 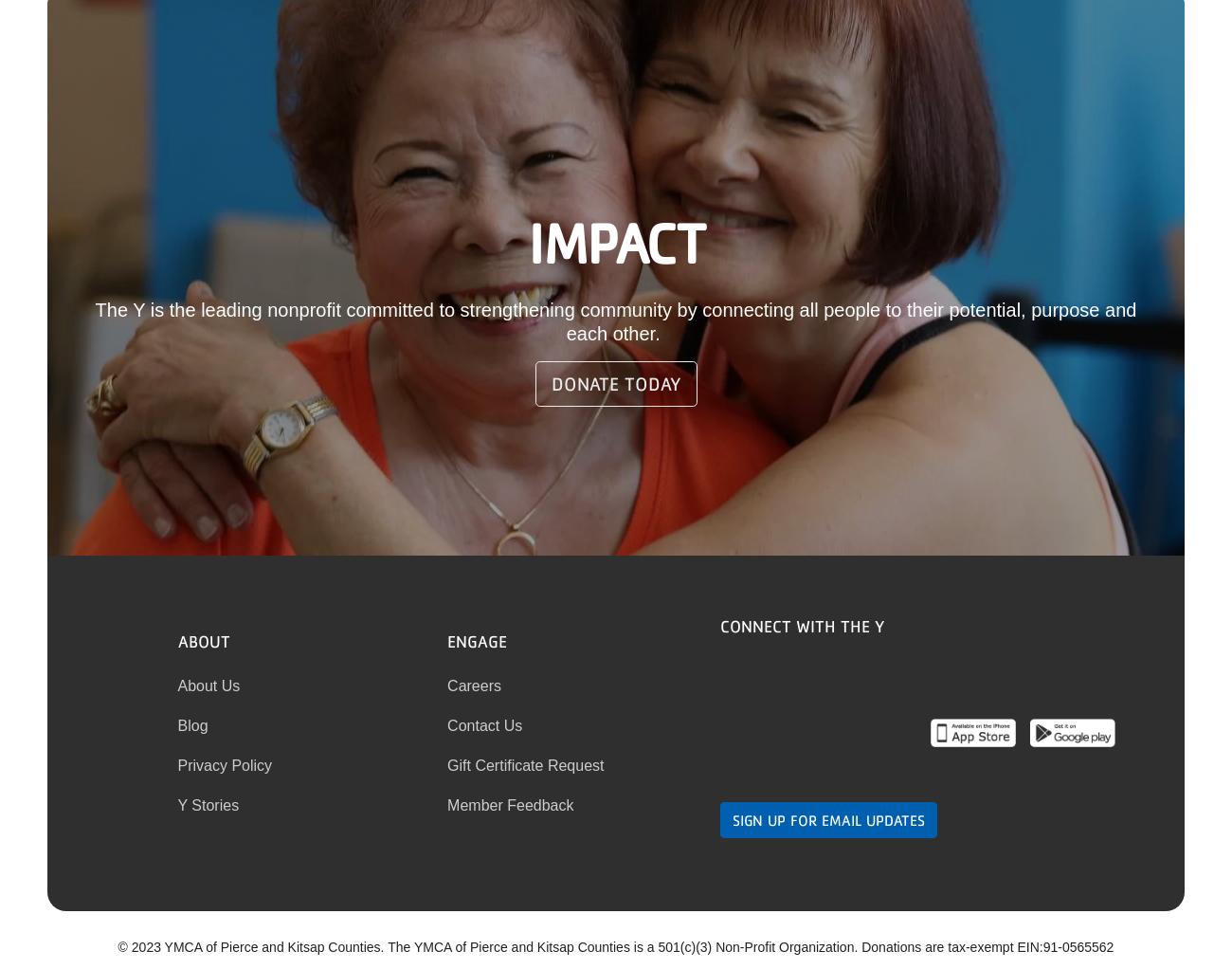 What do you see at coordinates (446, 723) in the screenshot?
I see `'Contact Us'` at bounding box center [446, 723].